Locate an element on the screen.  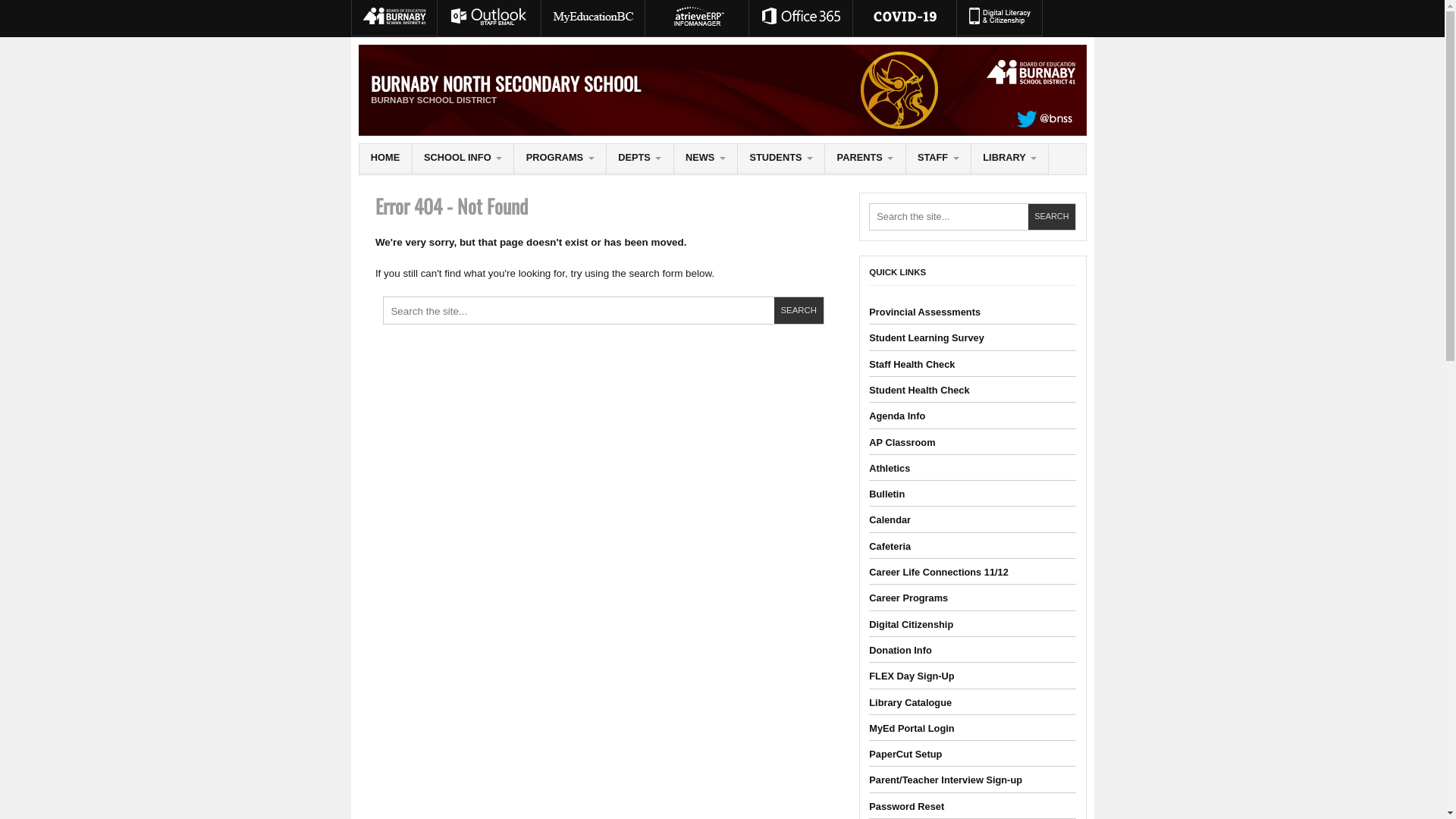
'AP Classroom' is located at coordinates (902, 442).